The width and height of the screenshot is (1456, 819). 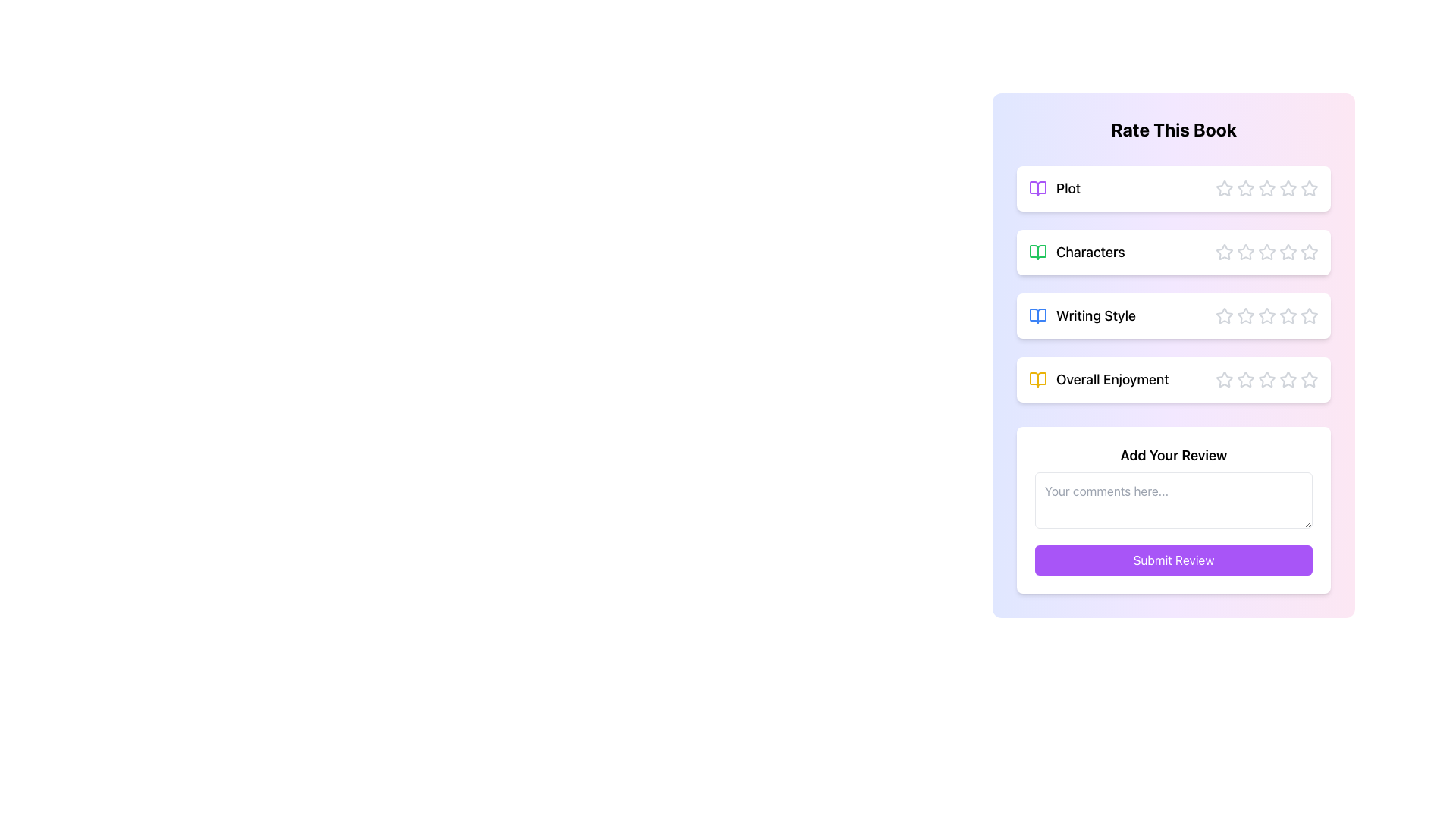 What do you see at coordinates (1037, 379) in the screenshot?
I see `the yellow-colored open book icon in the 'Overall Enjoyment' section, located at the top left corner beside its label` at bounding box center [1037, 379].